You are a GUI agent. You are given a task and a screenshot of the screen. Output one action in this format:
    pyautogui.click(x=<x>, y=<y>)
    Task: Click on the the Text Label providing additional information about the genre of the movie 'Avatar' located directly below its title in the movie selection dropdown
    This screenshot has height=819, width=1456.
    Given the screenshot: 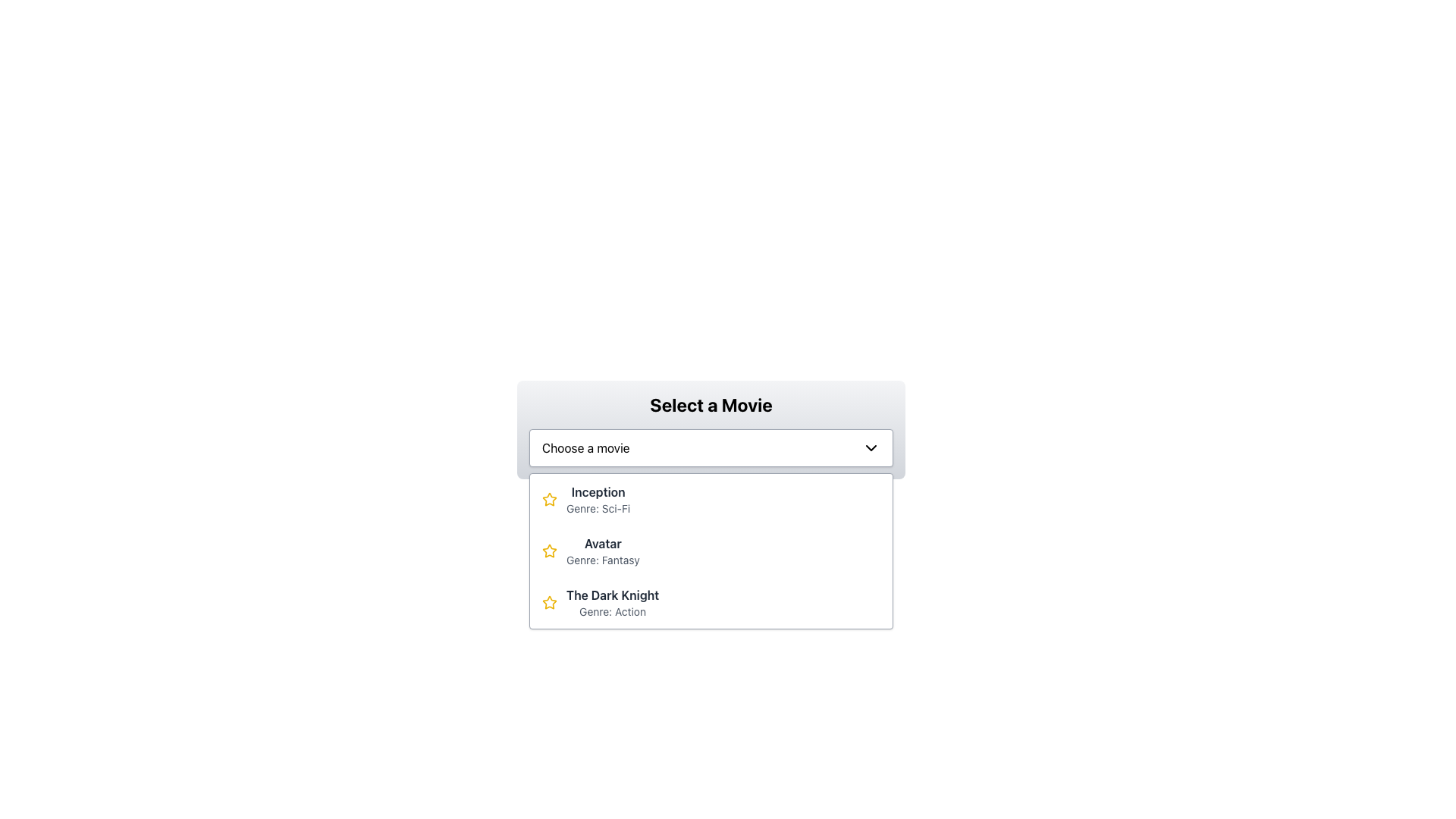 What is the action you would take?
    pyautogui.click(x=602, y=560)
    